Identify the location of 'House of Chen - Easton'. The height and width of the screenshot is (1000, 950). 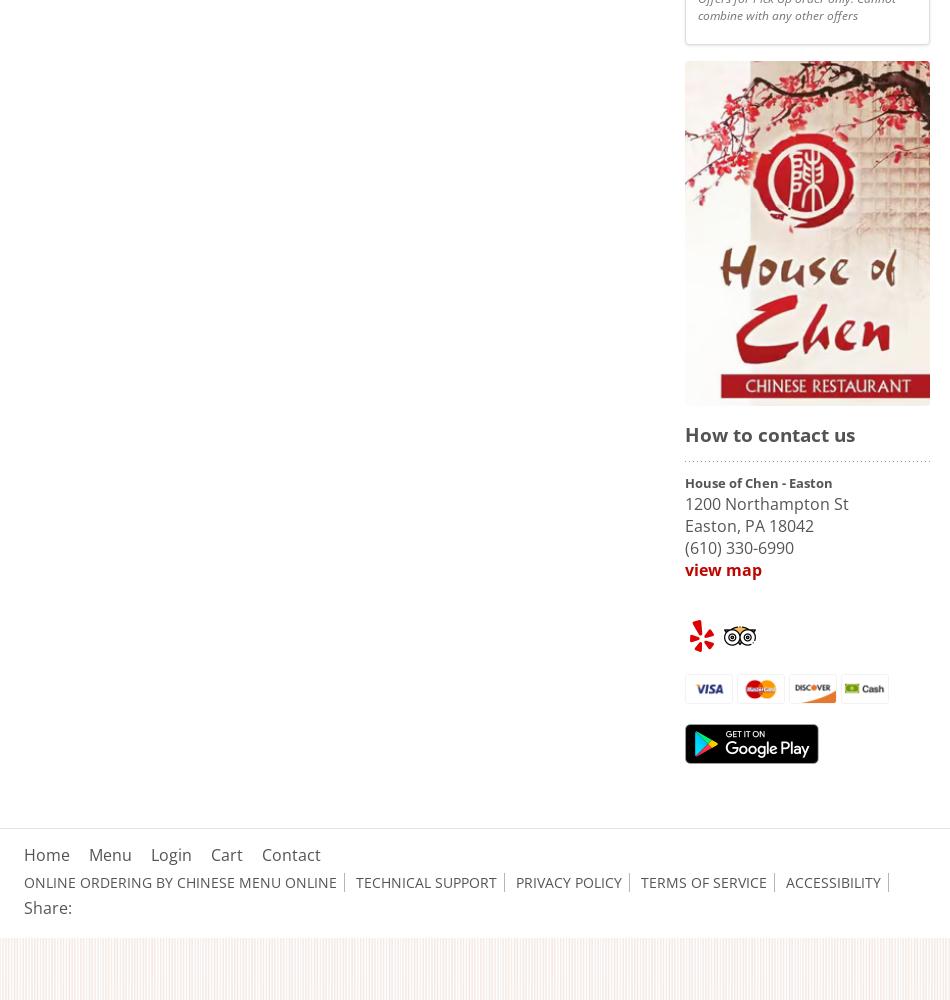
(685, 482).